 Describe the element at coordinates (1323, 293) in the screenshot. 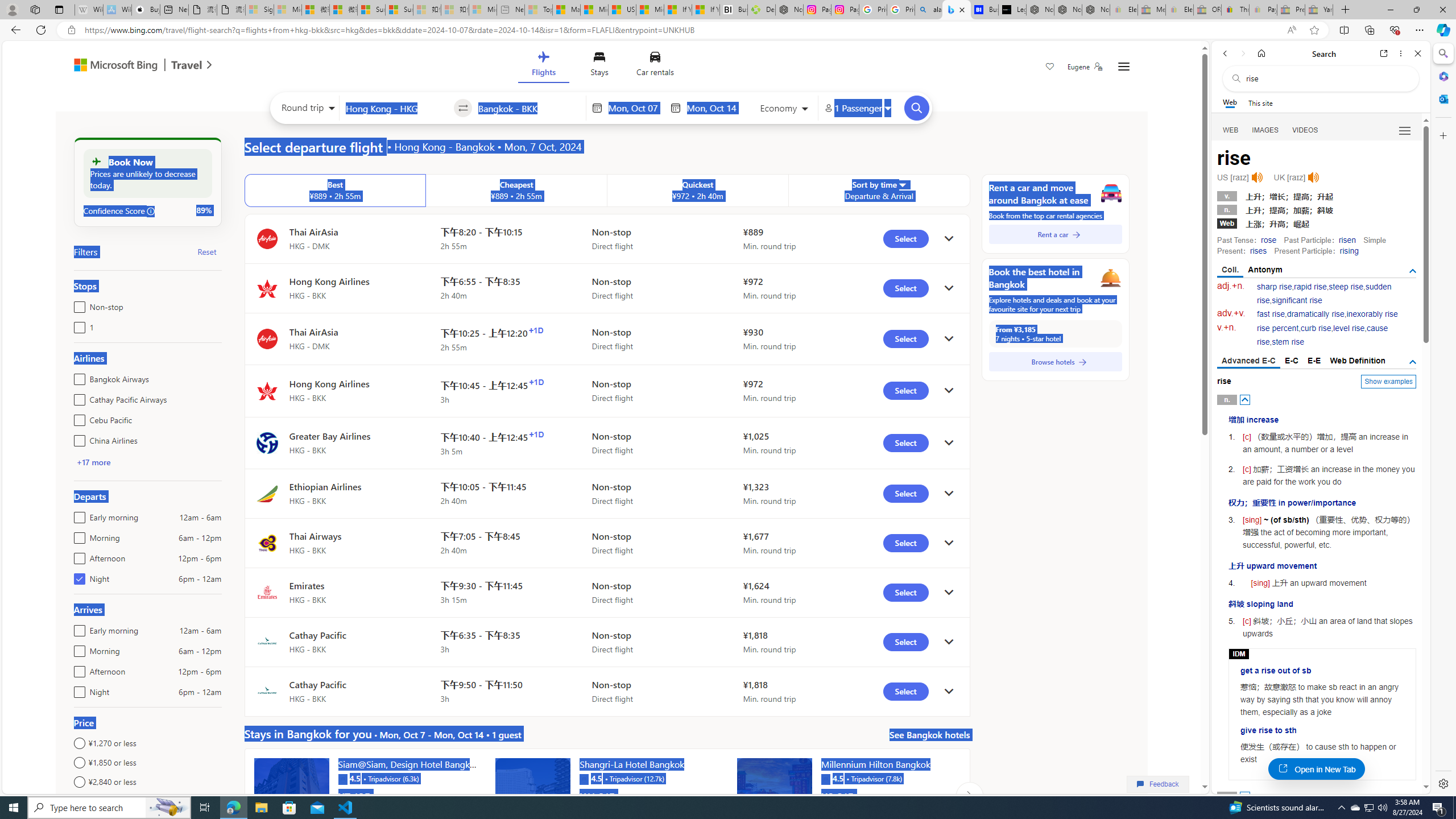

I see `'sudden rise'` at that location.